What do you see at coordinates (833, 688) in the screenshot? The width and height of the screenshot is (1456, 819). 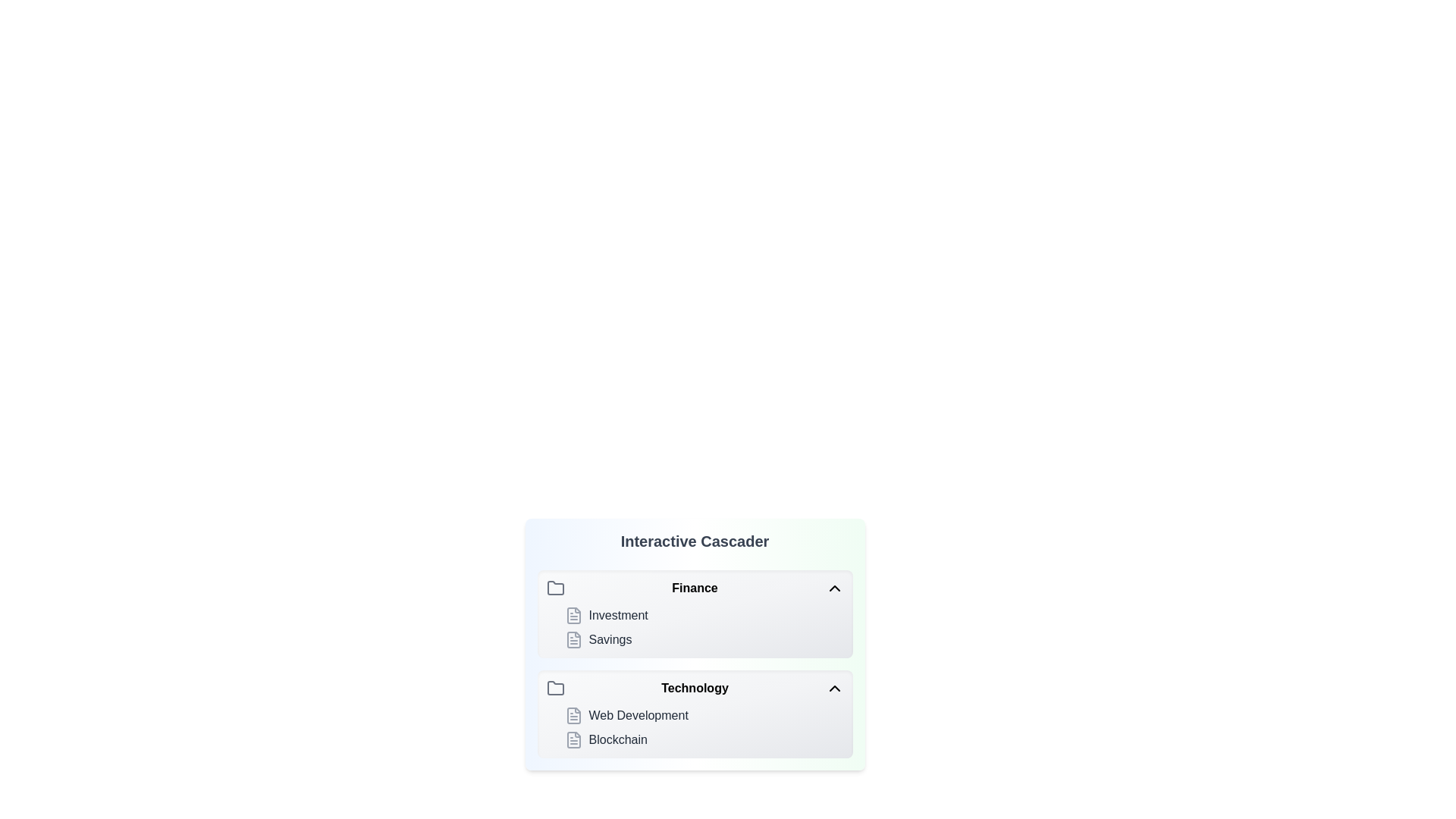 I see `the upward-pointing chevron icon button located on the right side of the 'Technology' header for possible interaction feedback` at bounding box center [833, 688].